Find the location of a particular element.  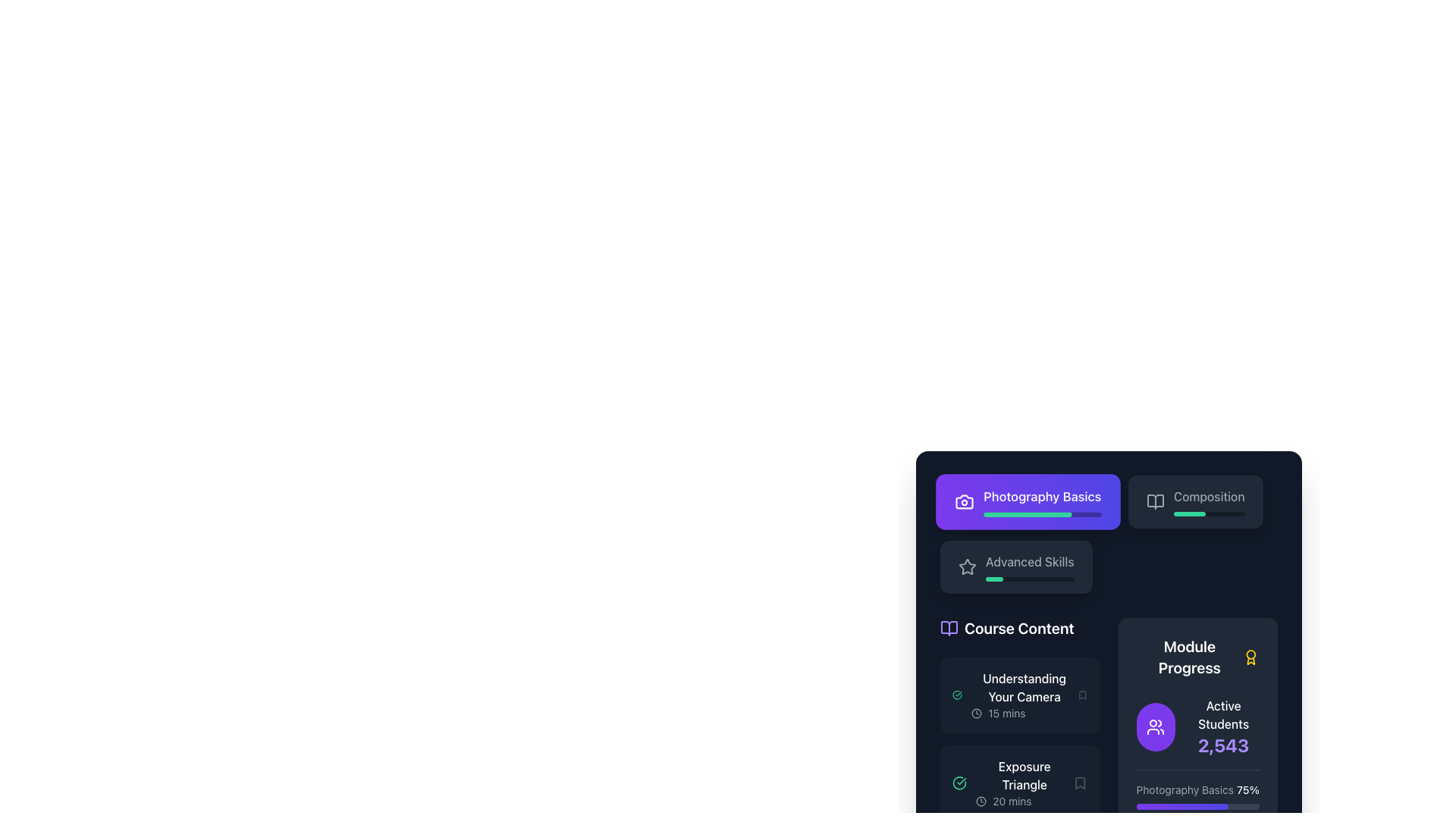

the 'Exposure Triangle' text block with an inline clock icon is located at coordinates (1025, 783).